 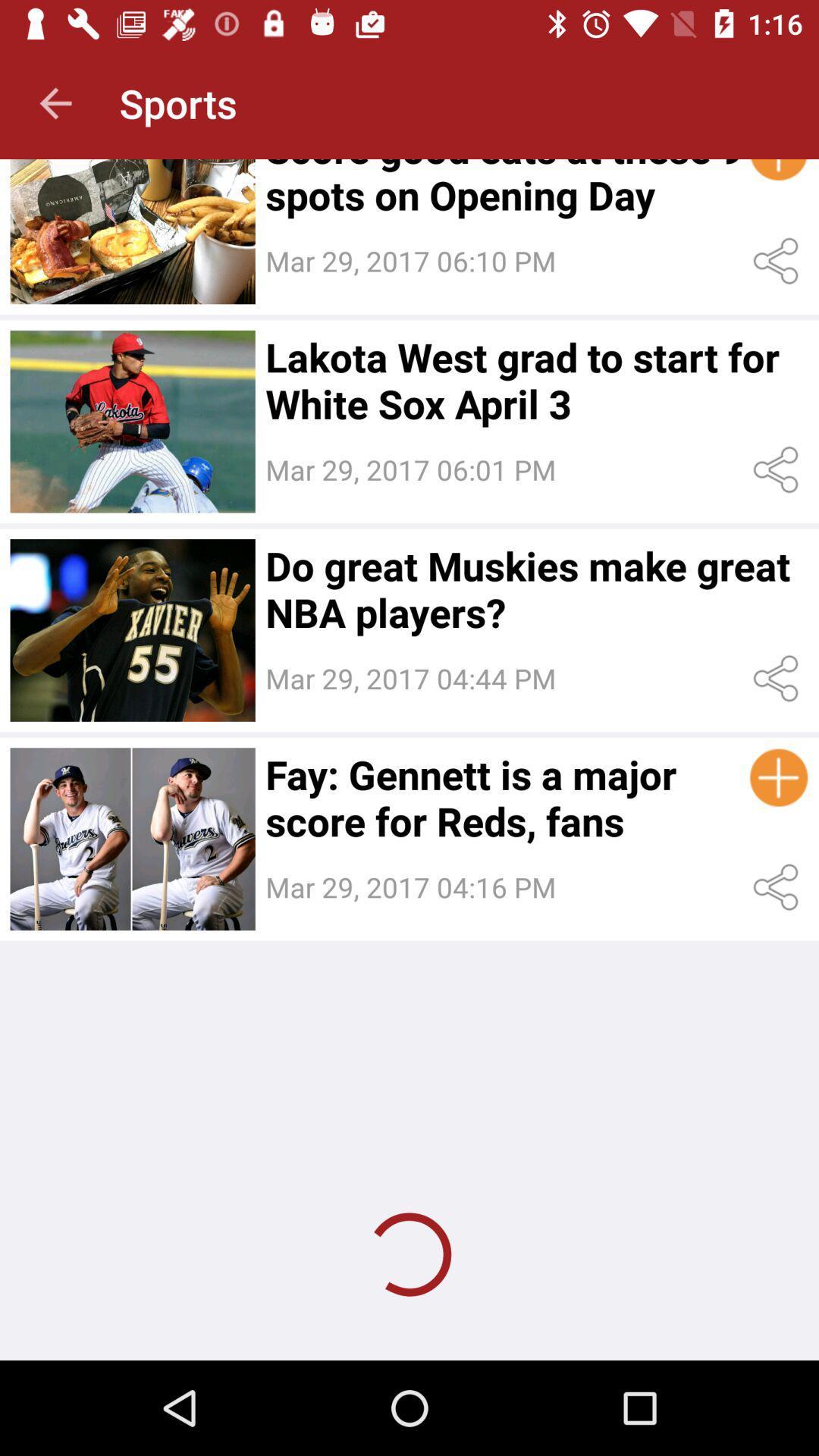 I want to click on photos of gennett, so click(x=132, y=838).